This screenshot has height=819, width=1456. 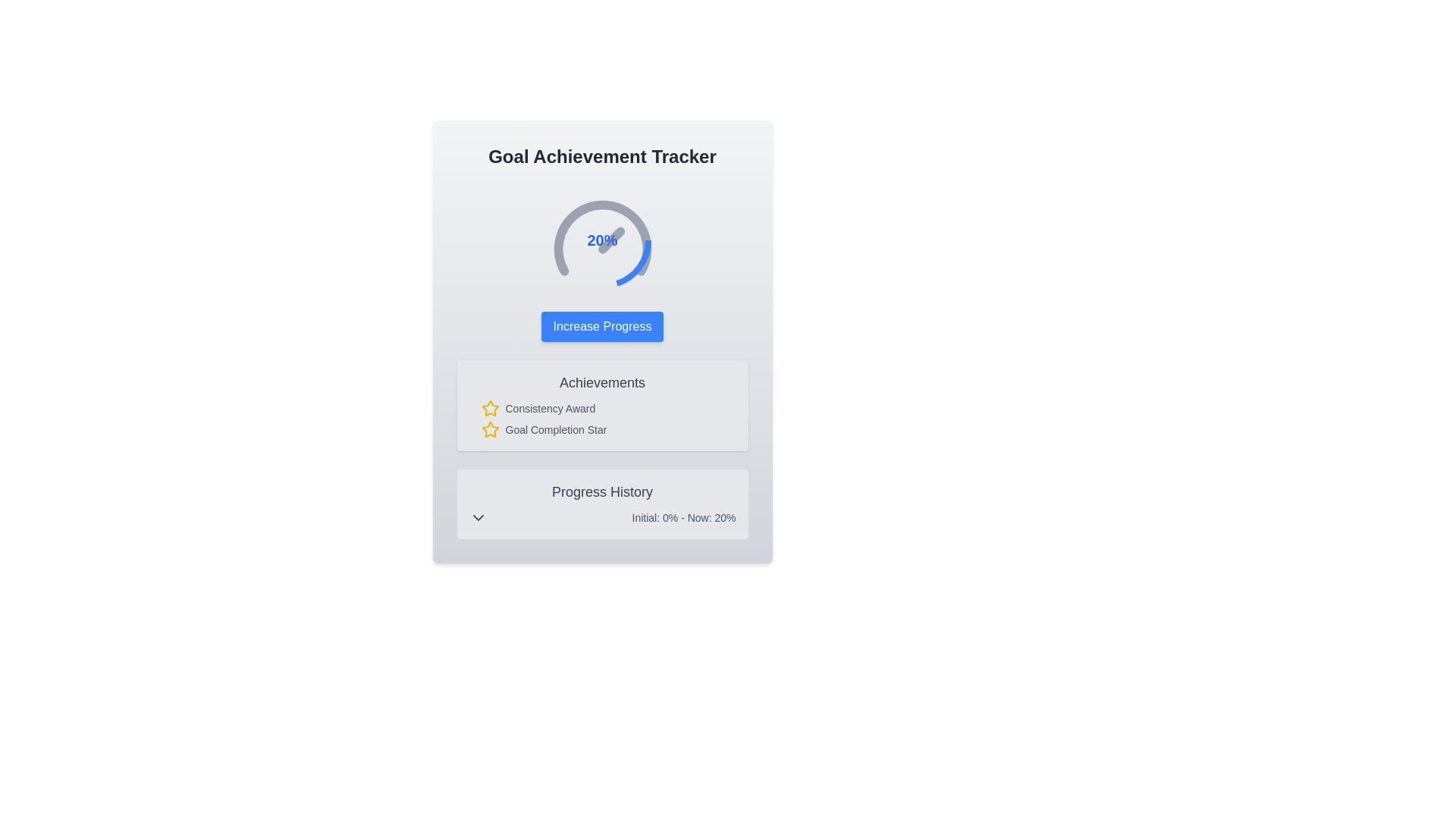 I want to click on the 'Increase Progress' button, which is a rectangular button with a blue background and white text, located below a circular progress indicator showing '20%' and above the 'Achievements' section, so click(x=601, y=326).